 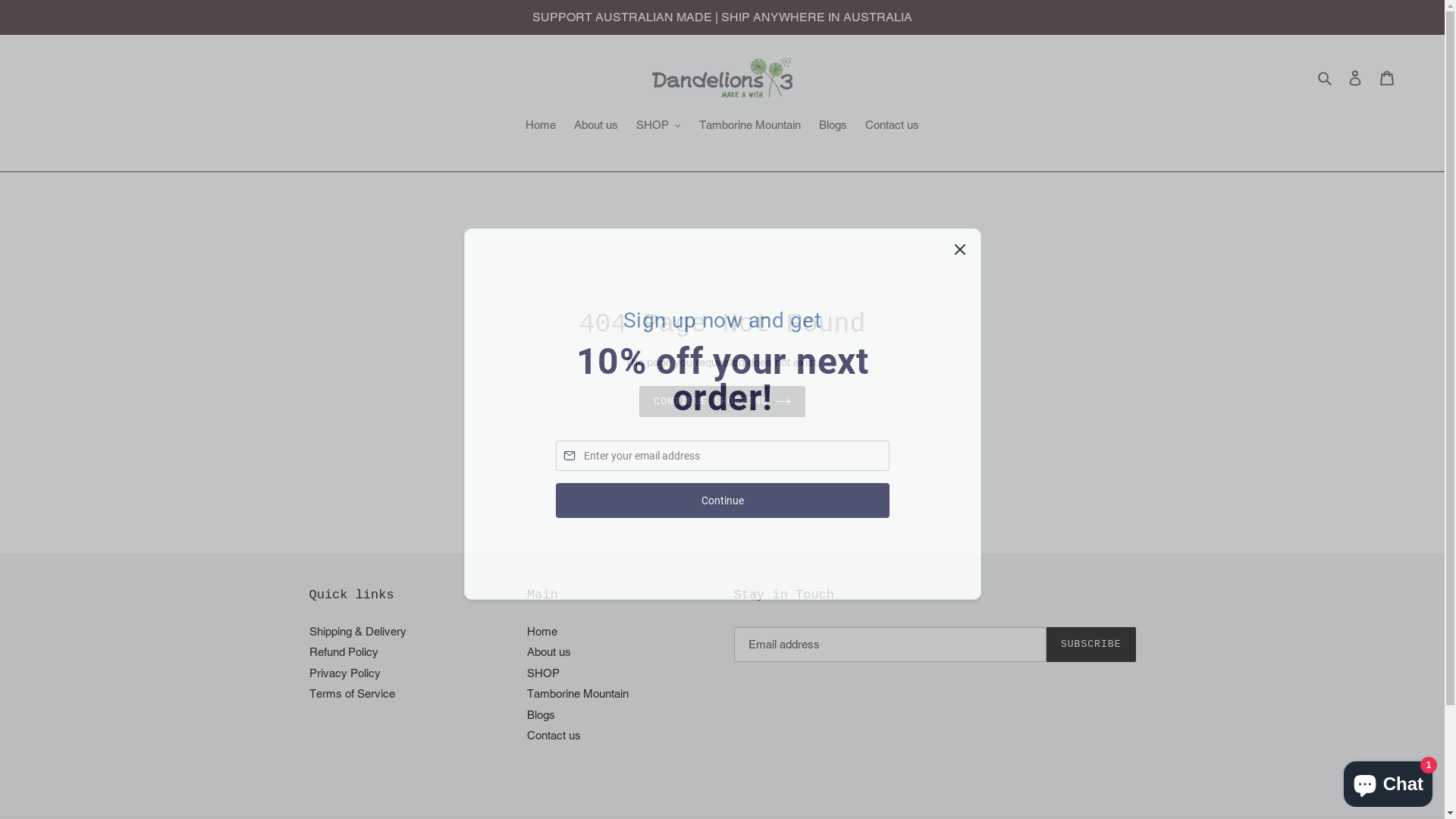 What do you see at coordinates (548, 651) in the screenshot?
I see `'About us'` at bounding box center [548, 651].